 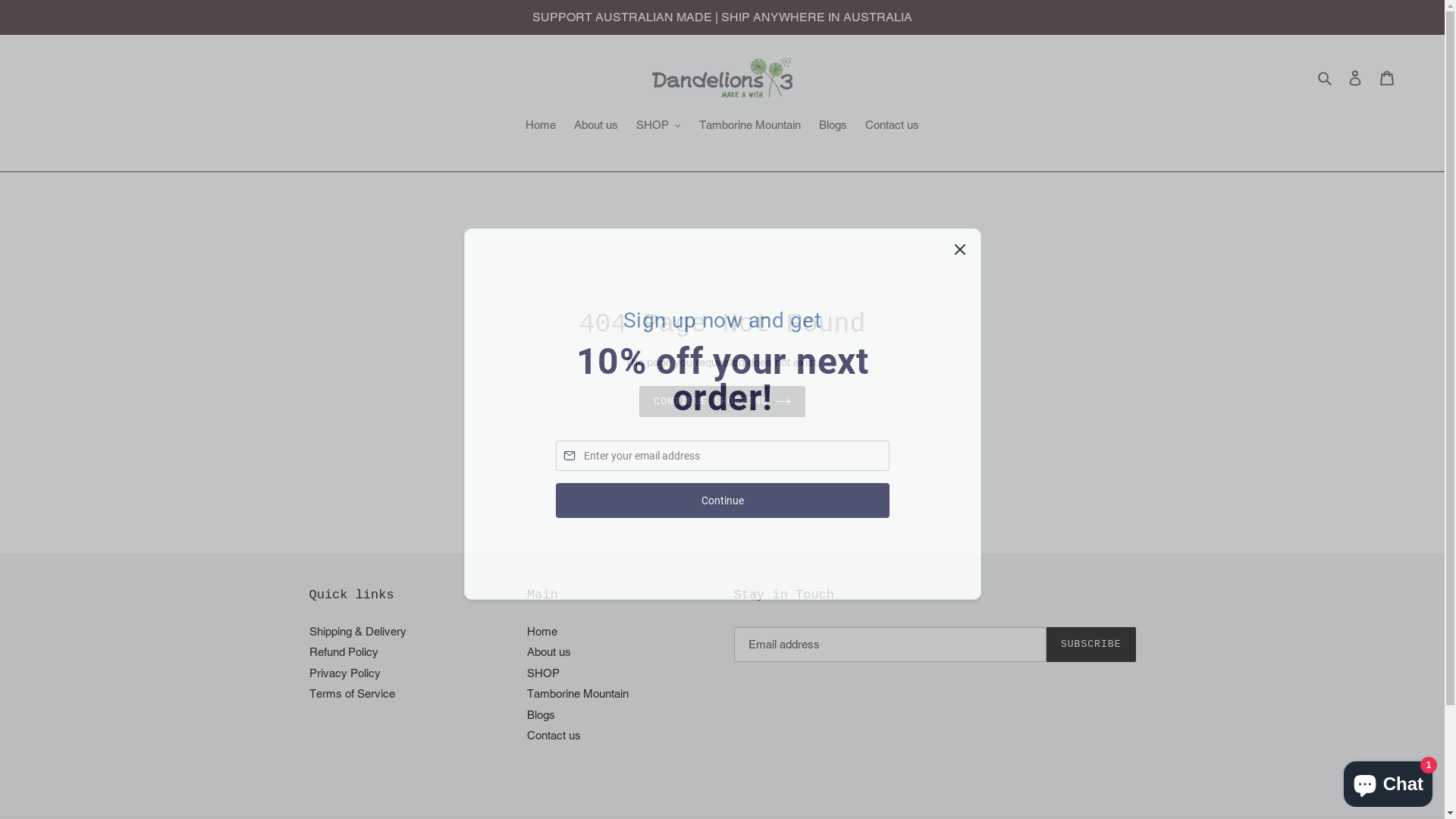 What do you see at coordinates (548, 651) in the screenshot?
I see `'About us'` at bounding box center [548, 651].